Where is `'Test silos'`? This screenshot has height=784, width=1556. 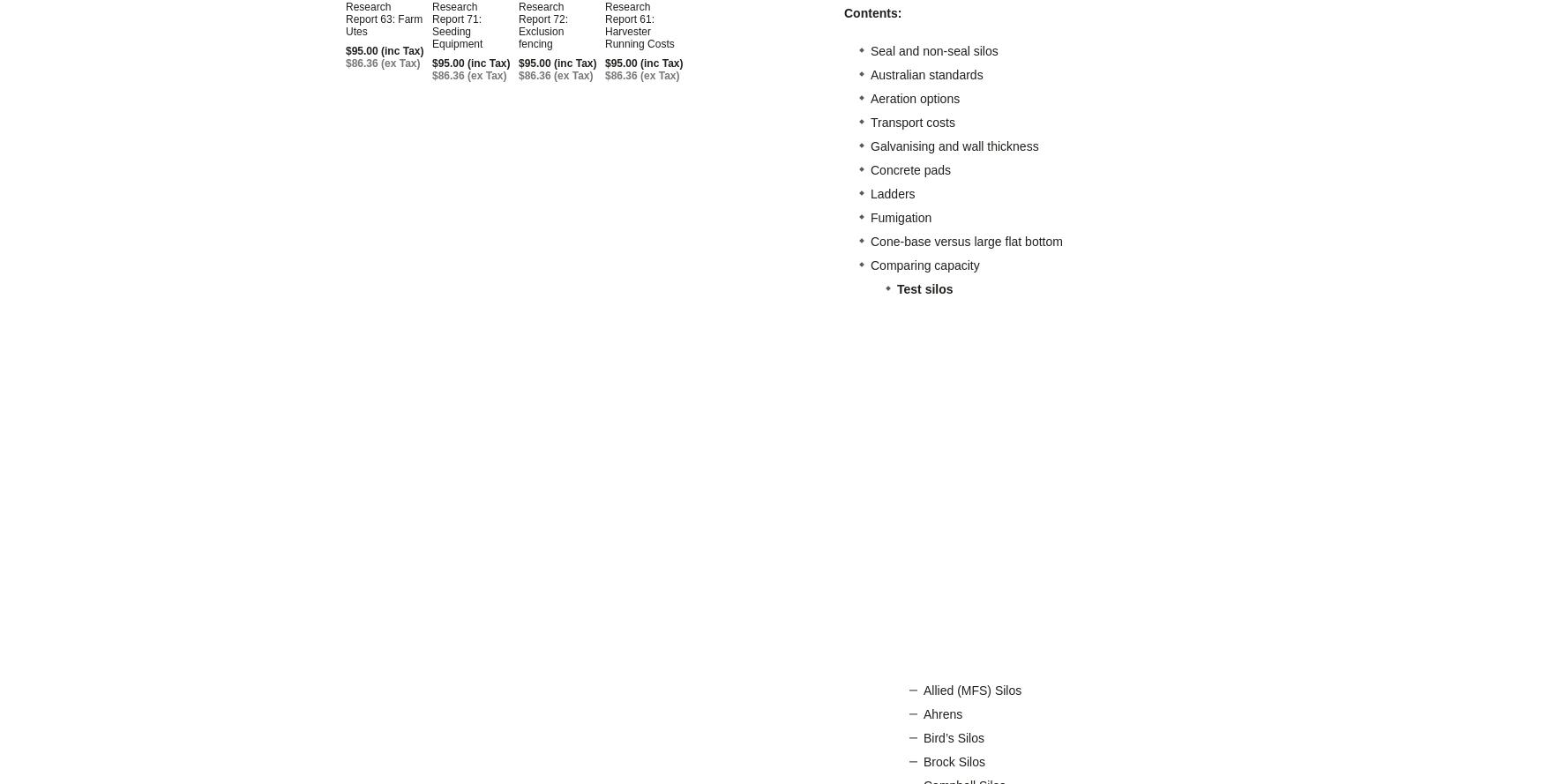 'Test silos' is located at coordinates (924, 288).